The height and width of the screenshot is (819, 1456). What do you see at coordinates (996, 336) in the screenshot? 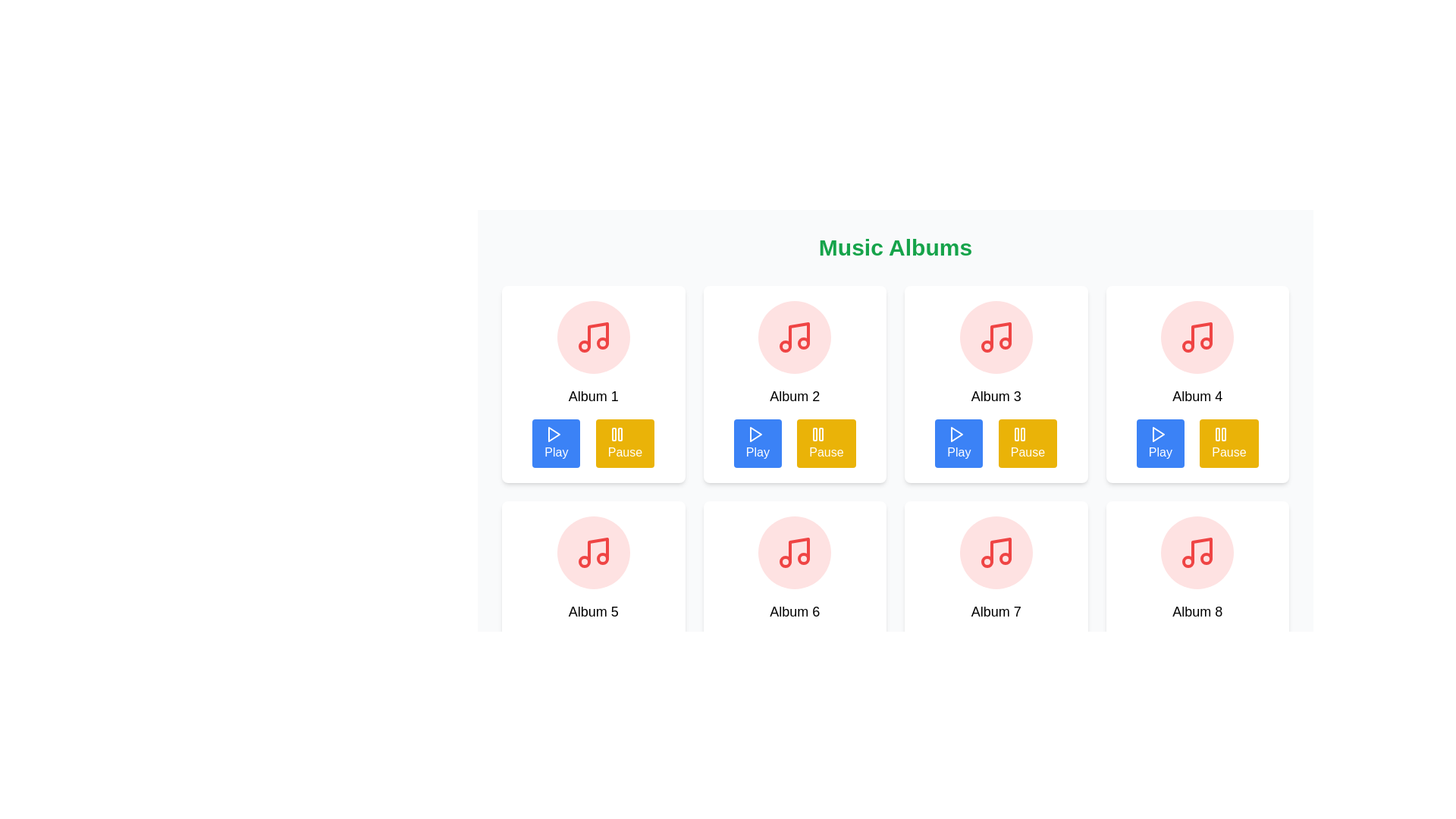
I see `the music album icon located in the card for 'Album 3', which is aligned with the 'Play' and 'Pause' buttons below` at bounding box center [996, 336].